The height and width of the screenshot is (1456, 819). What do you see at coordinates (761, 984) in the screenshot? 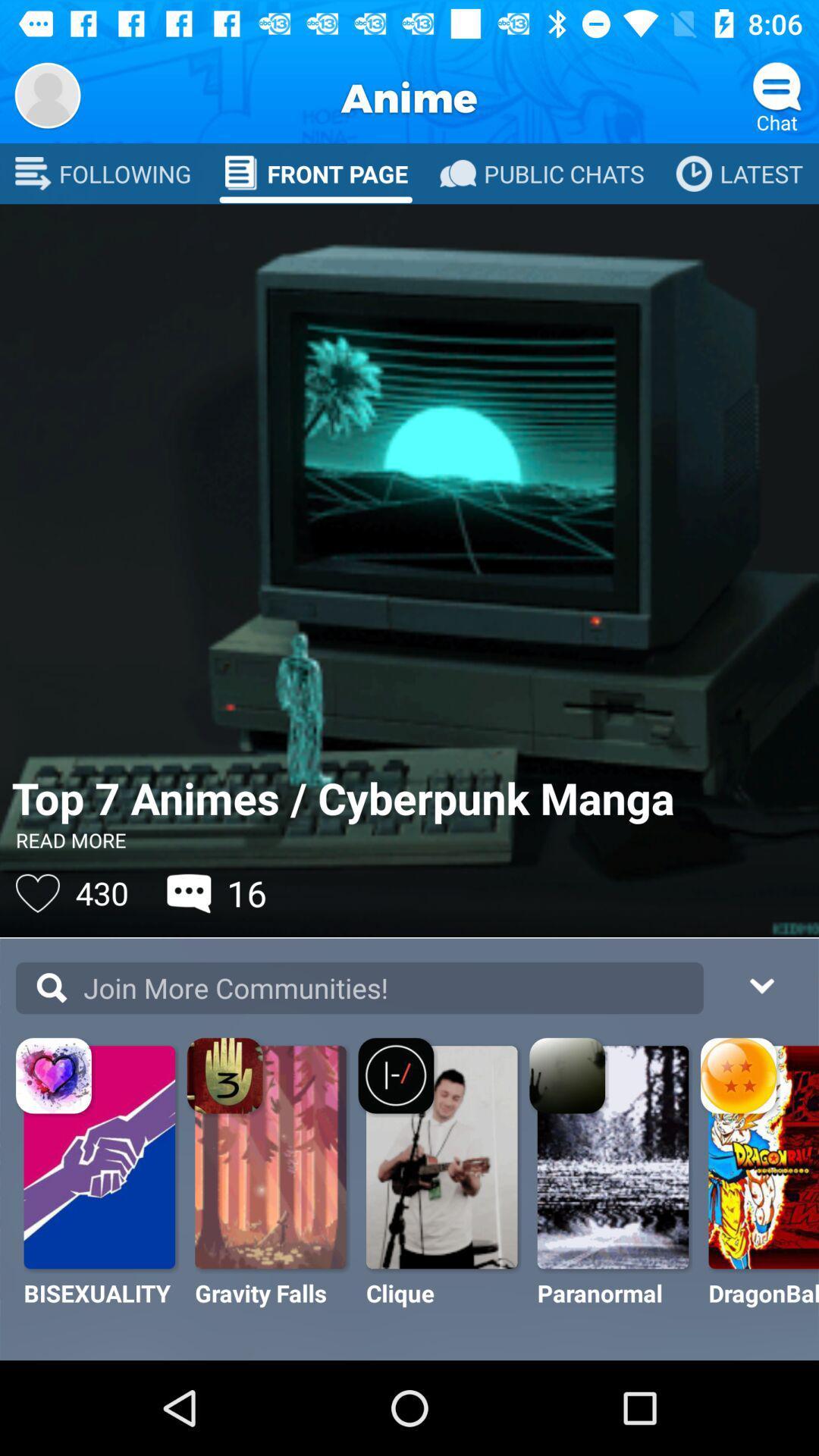
I see `the expand_more icon` at bounding box center [761, 984].